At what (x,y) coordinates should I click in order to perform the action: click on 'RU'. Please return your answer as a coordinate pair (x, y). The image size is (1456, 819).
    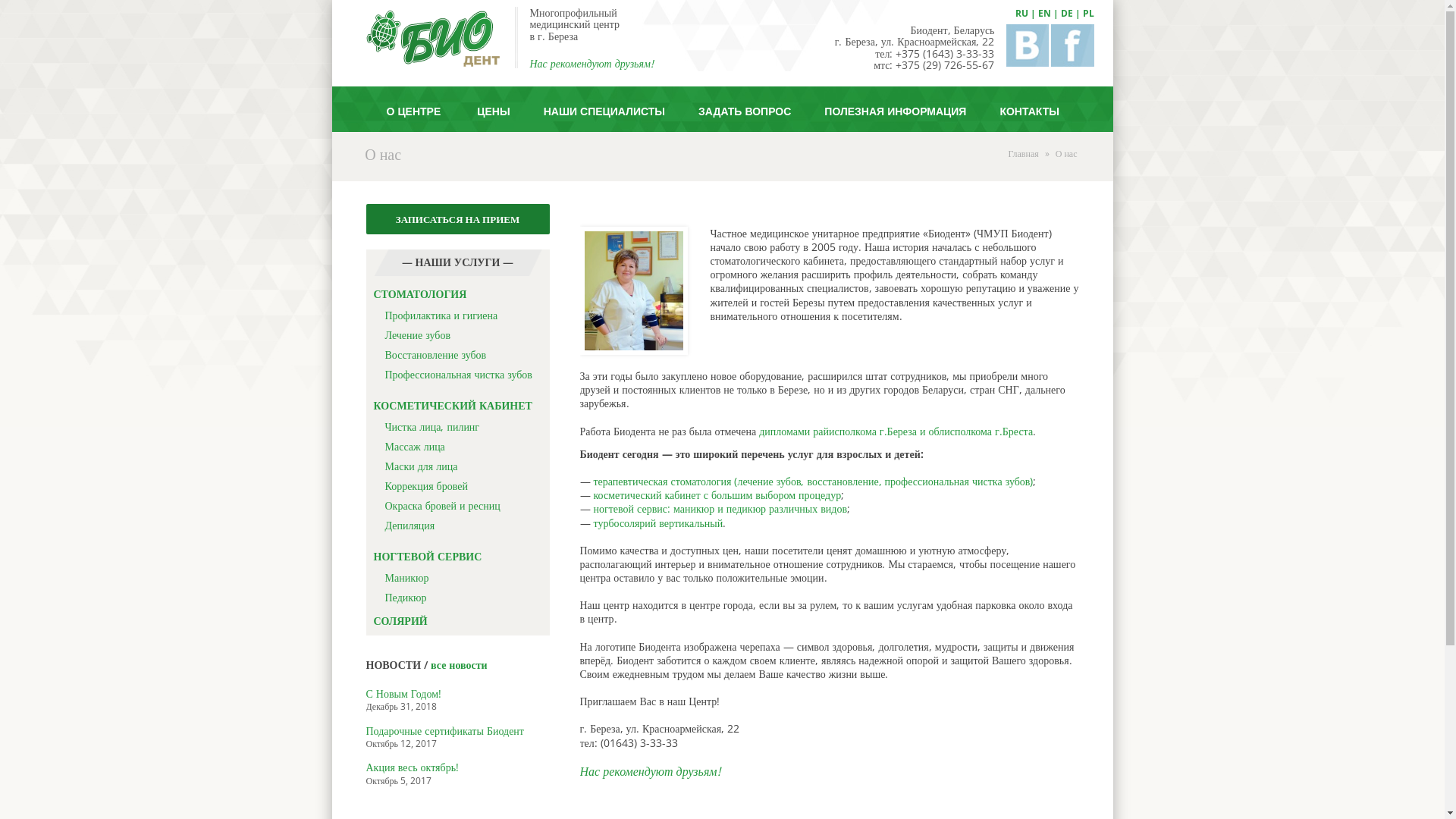
    Looking at the image, I should click on (1021, 13).